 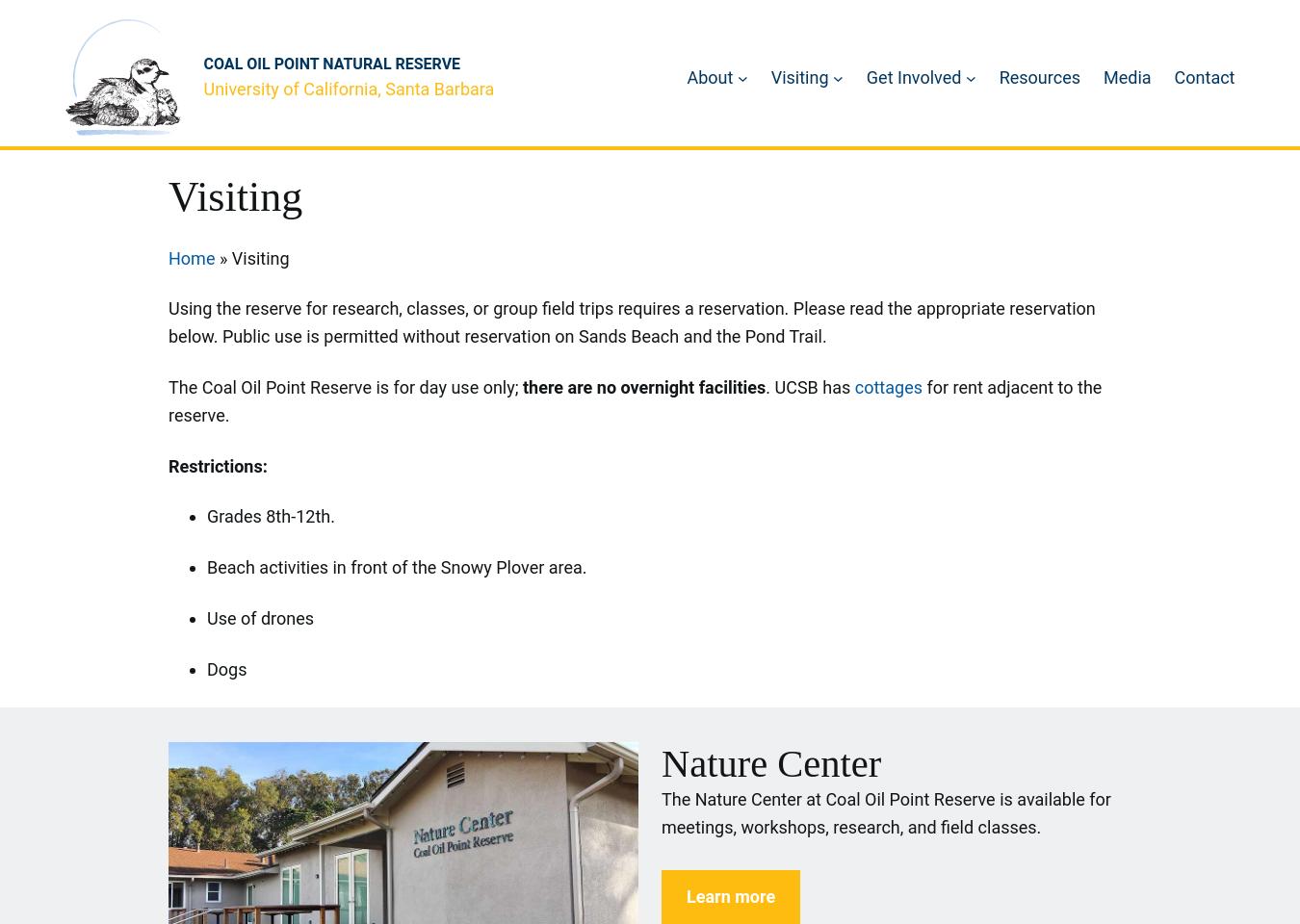 I want to click on 'Coal Oil Point Natural Reserve', so click(x=331, y=63).